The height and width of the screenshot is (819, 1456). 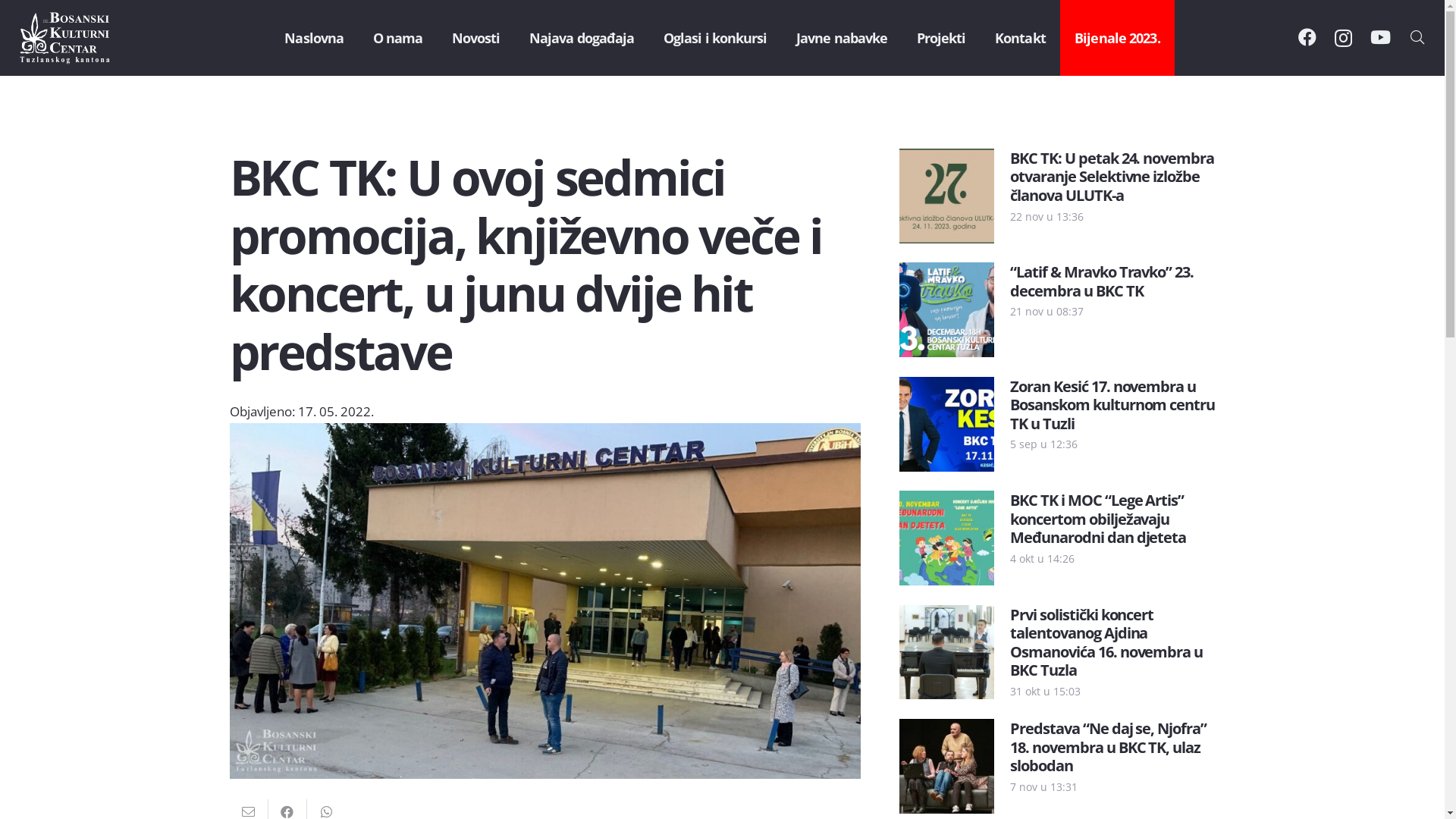 What do you see at coordinates (714, 37) in the screenshot?
I see `'Oglasi i konkursi'` at bounding box center [714, 37].